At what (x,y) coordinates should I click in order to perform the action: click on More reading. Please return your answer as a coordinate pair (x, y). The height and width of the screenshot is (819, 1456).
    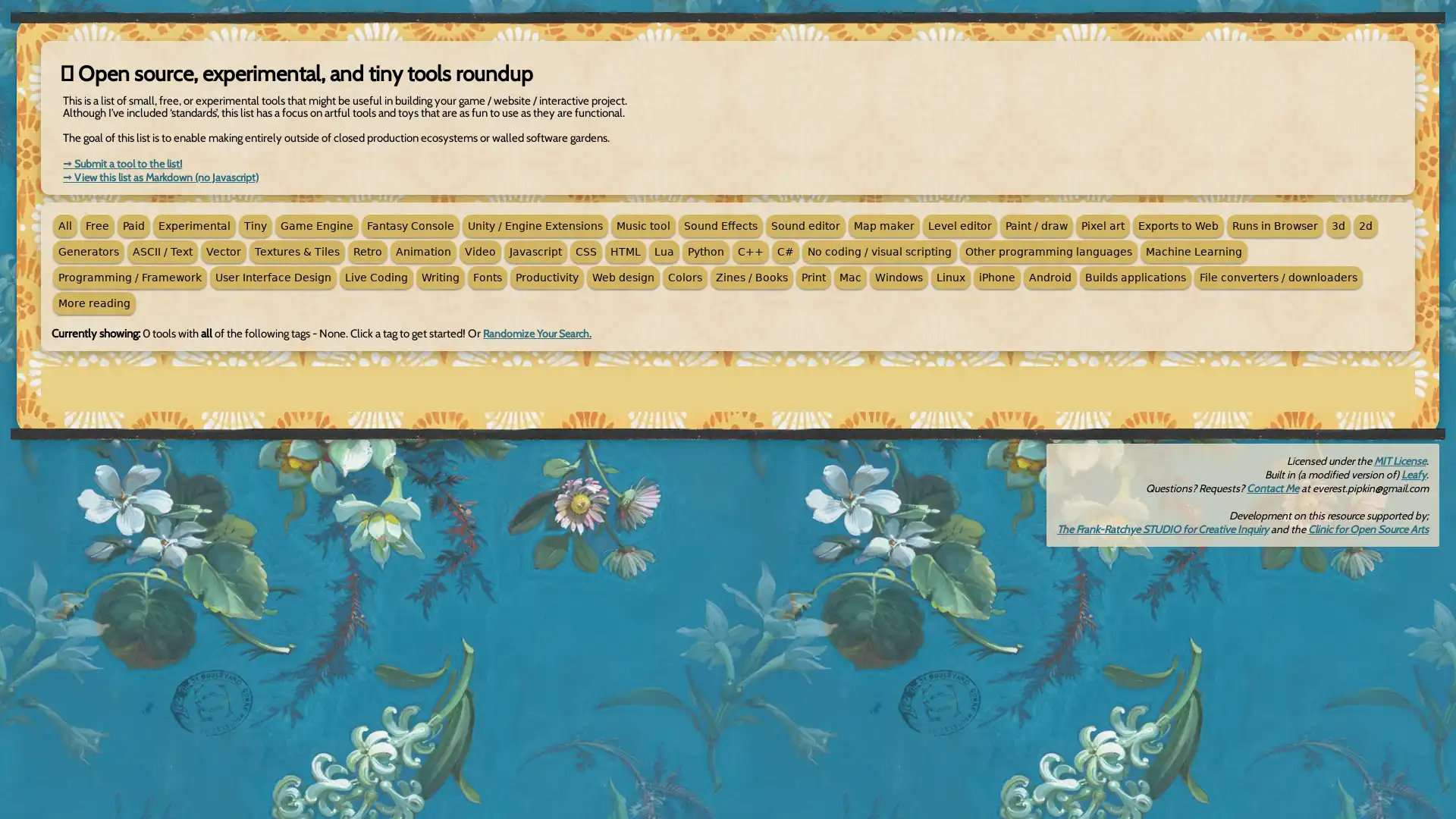
    Looking at the image, I should click on (93, 303).